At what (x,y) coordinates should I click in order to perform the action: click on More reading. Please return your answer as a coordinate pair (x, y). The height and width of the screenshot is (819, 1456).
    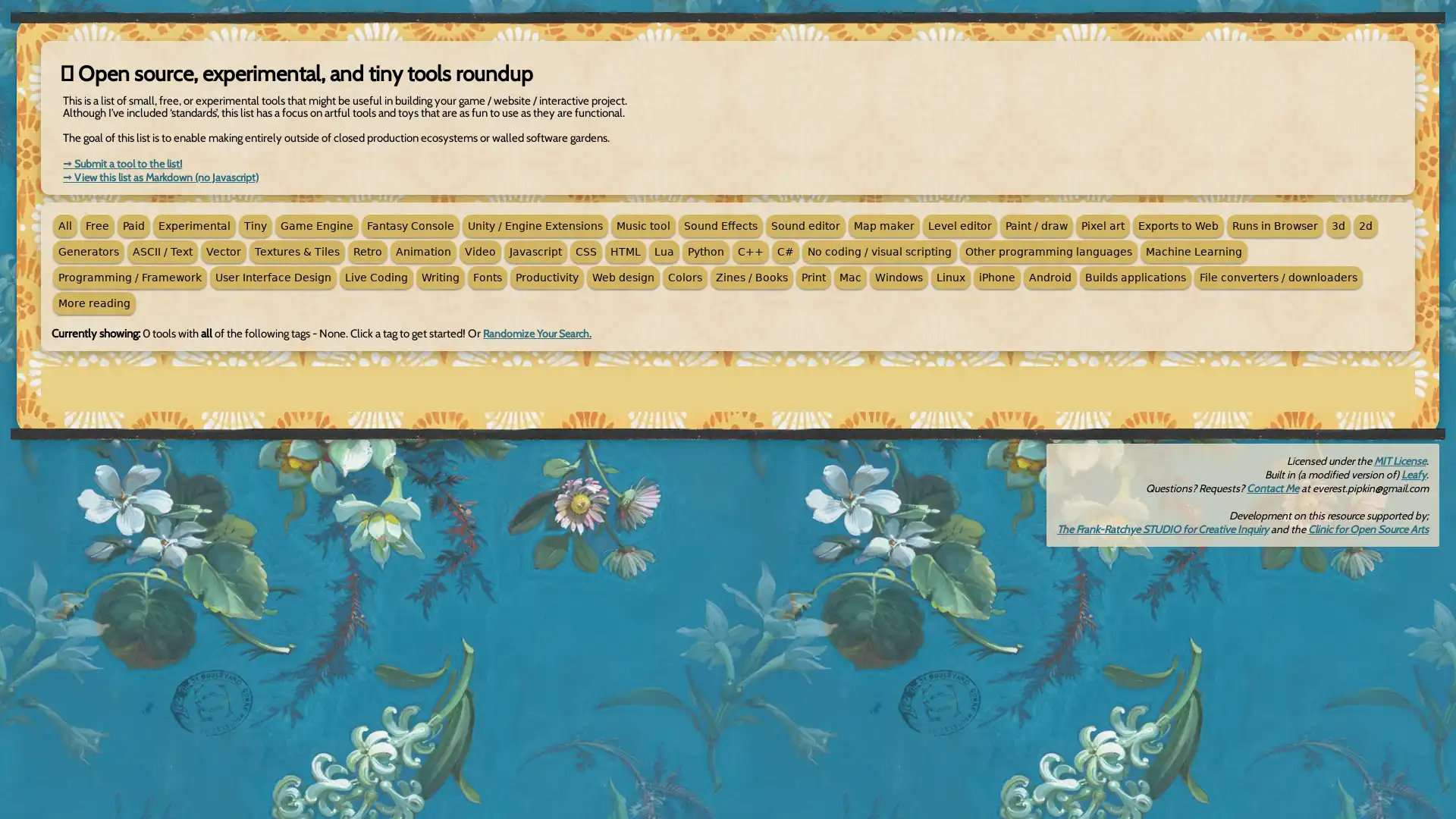
    Looking at the image, I should click on (93, 303).